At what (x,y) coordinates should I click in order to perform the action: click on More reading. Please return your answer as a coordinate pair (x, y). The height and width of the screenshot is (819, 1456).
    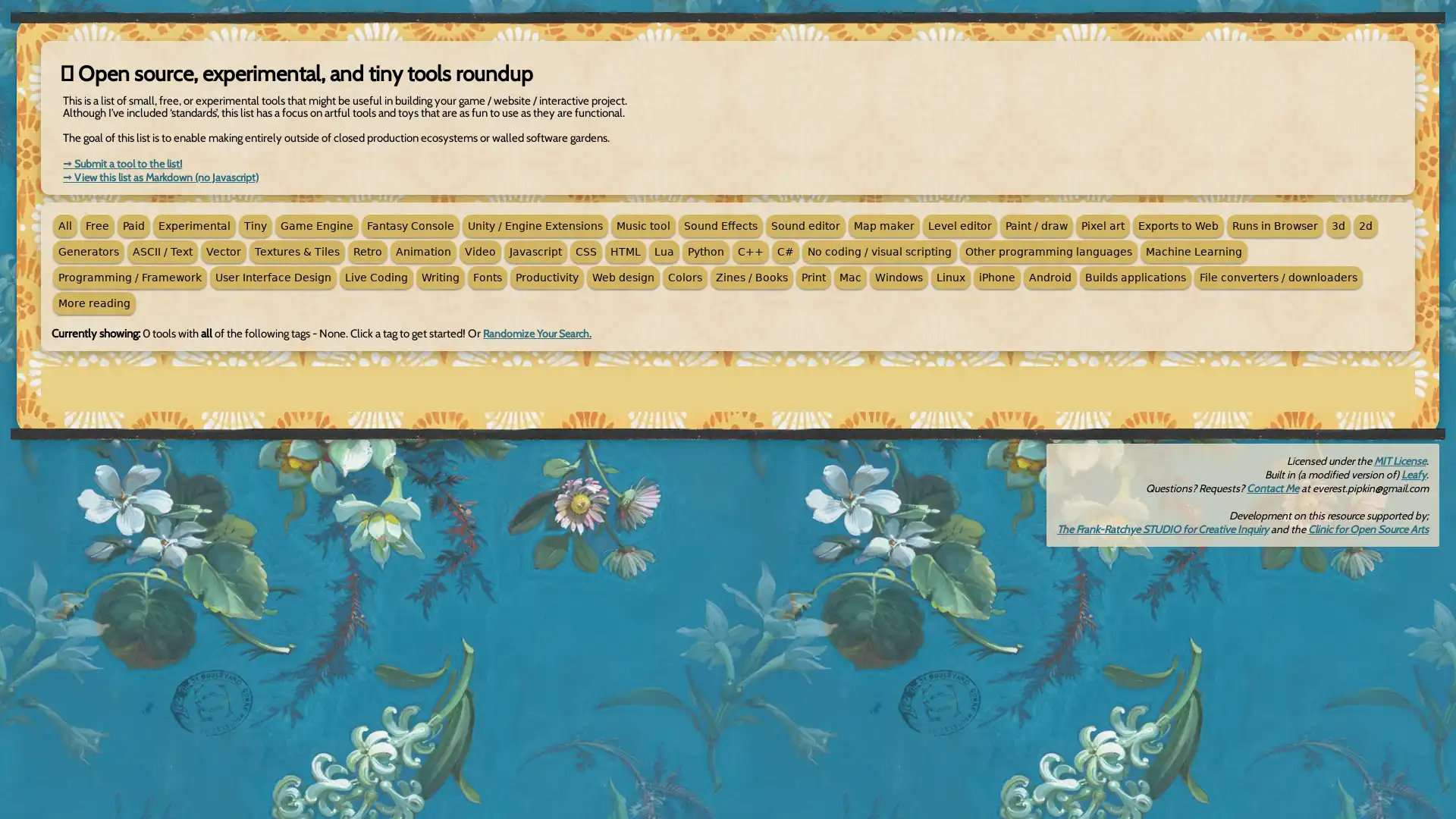
    Looking at the image, I should click on (93, 303).